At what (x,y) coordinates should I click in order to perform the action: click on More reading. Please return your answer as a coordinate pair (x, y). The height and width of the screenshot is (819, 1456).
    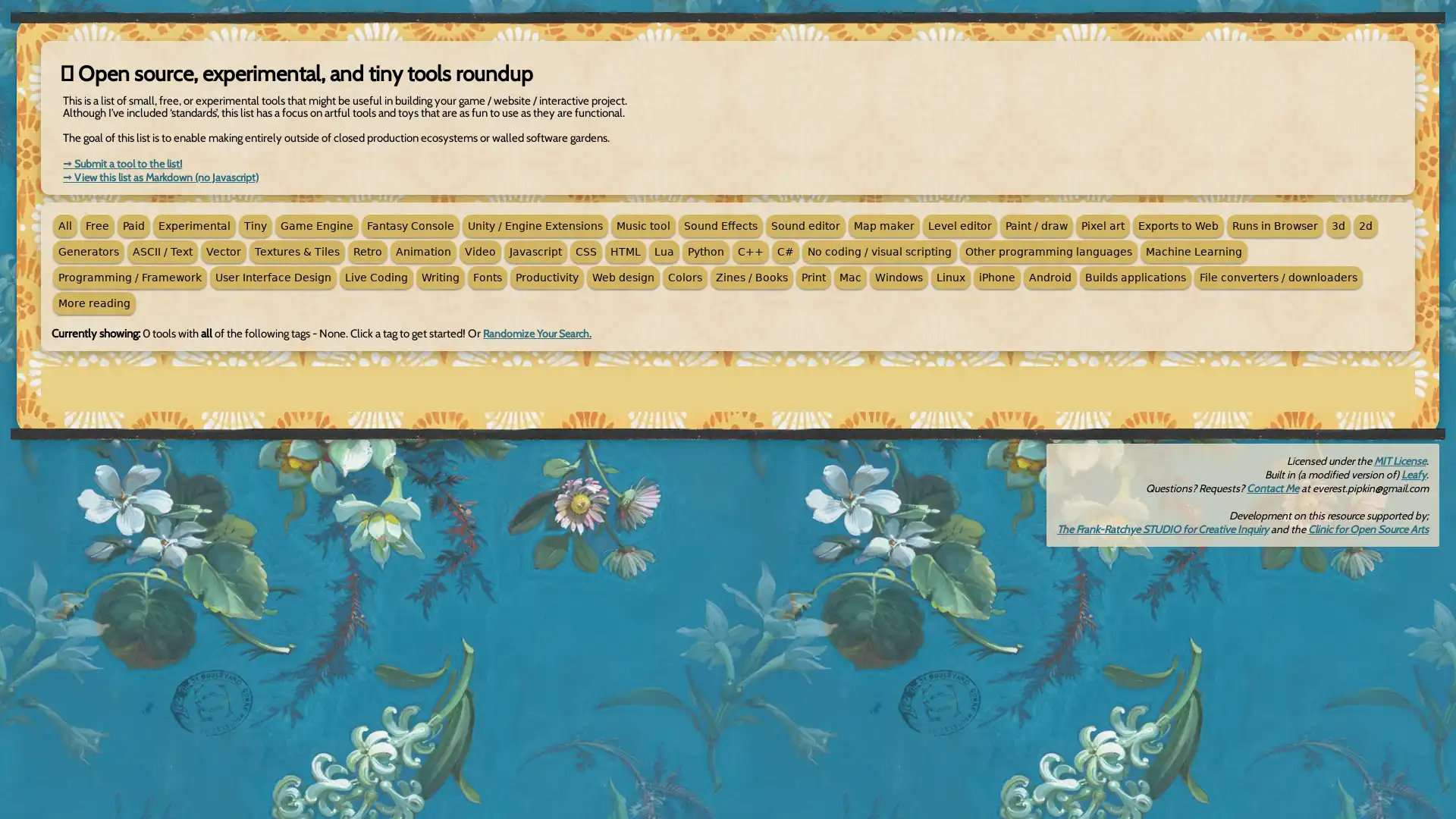
    Looking at the image, I should click on (93, 303).